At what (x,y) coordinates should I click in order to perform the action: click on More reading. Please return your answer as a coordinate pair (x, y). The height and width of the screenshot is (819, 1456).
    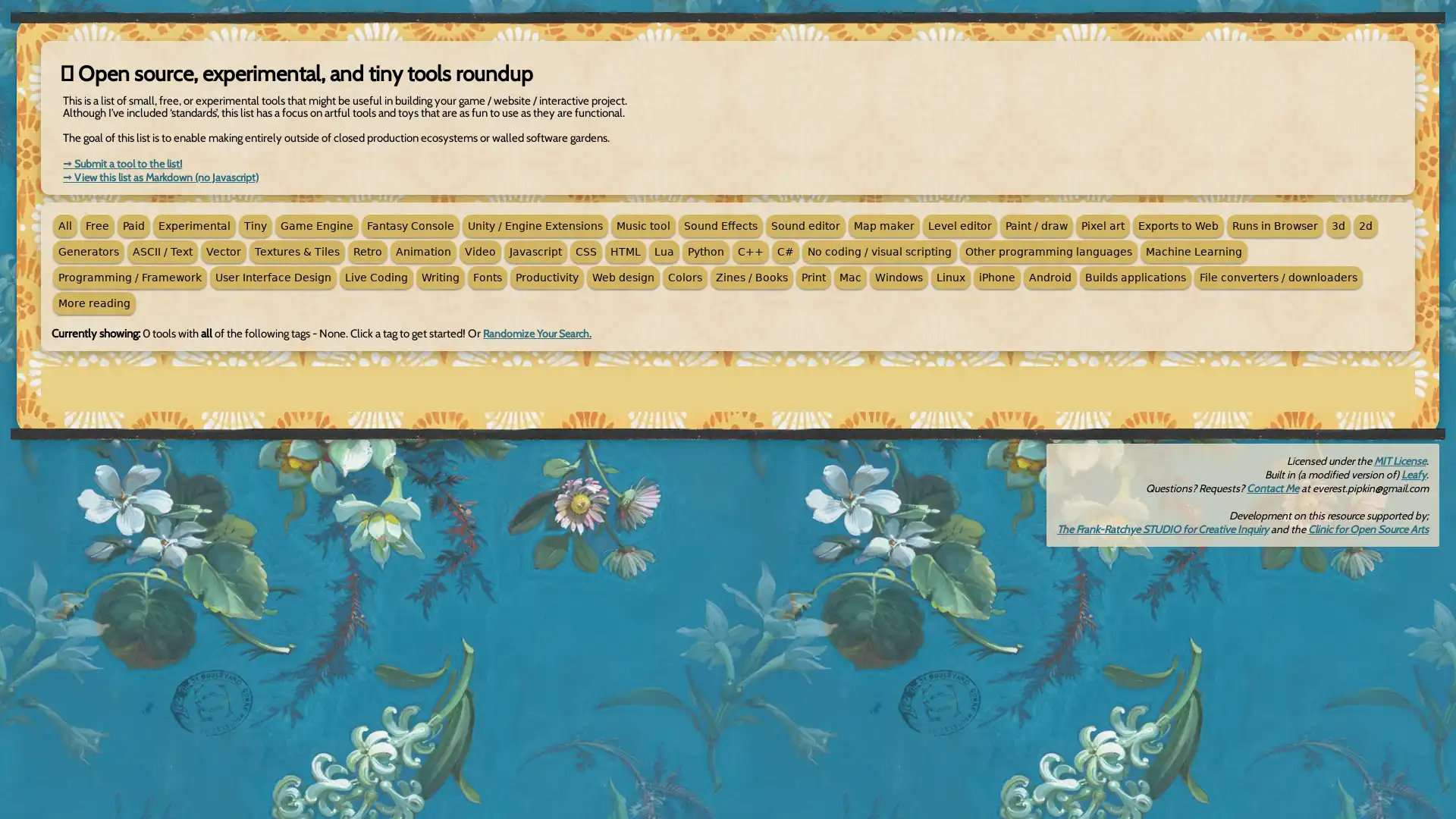
    Looking at the image, I should click on (93, 303).